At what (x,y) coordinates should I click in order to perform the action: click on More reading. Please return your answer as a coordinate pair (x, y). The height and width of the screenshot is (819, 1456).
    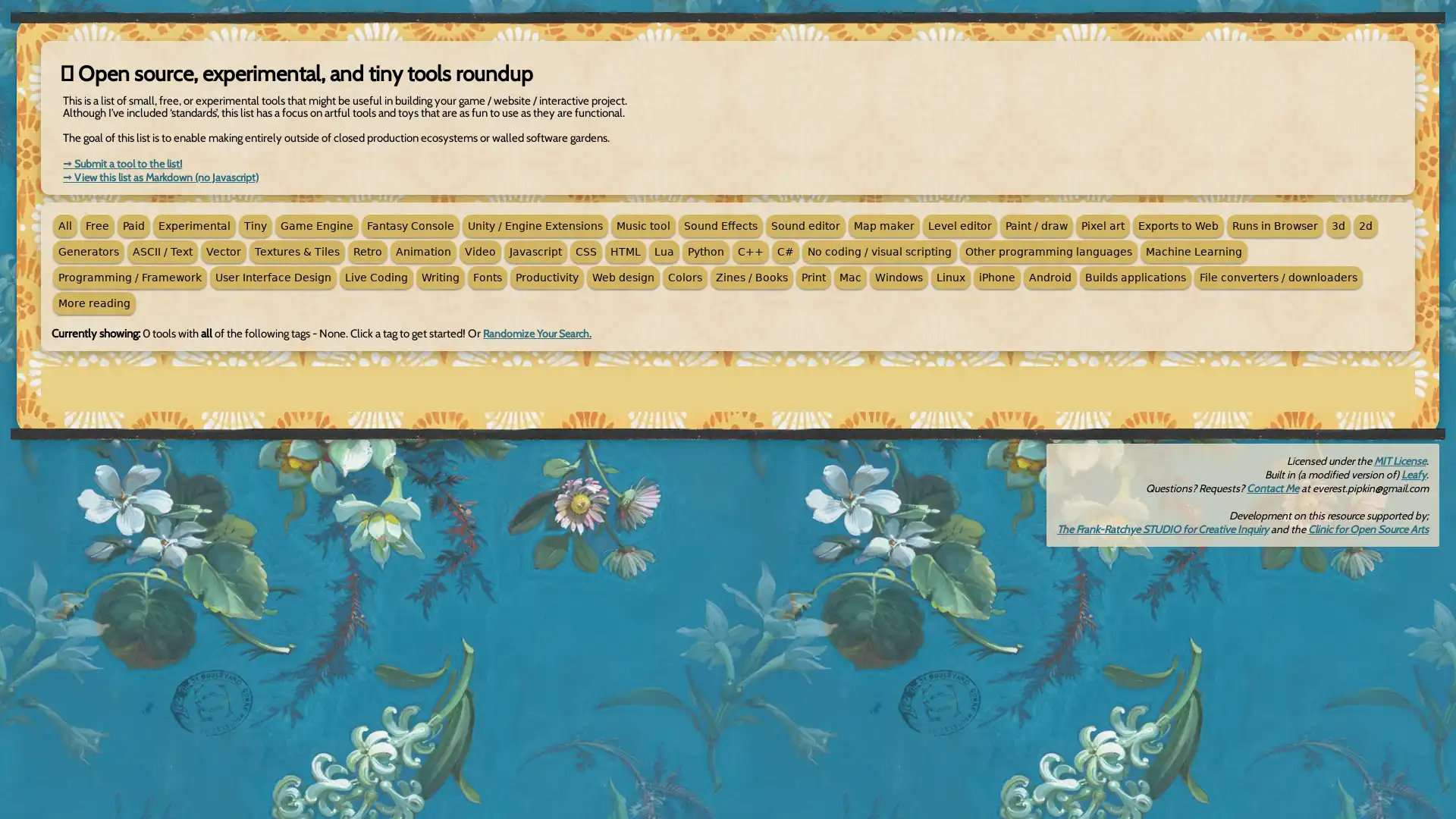
    Looking at the image, I should click on (93, 303).